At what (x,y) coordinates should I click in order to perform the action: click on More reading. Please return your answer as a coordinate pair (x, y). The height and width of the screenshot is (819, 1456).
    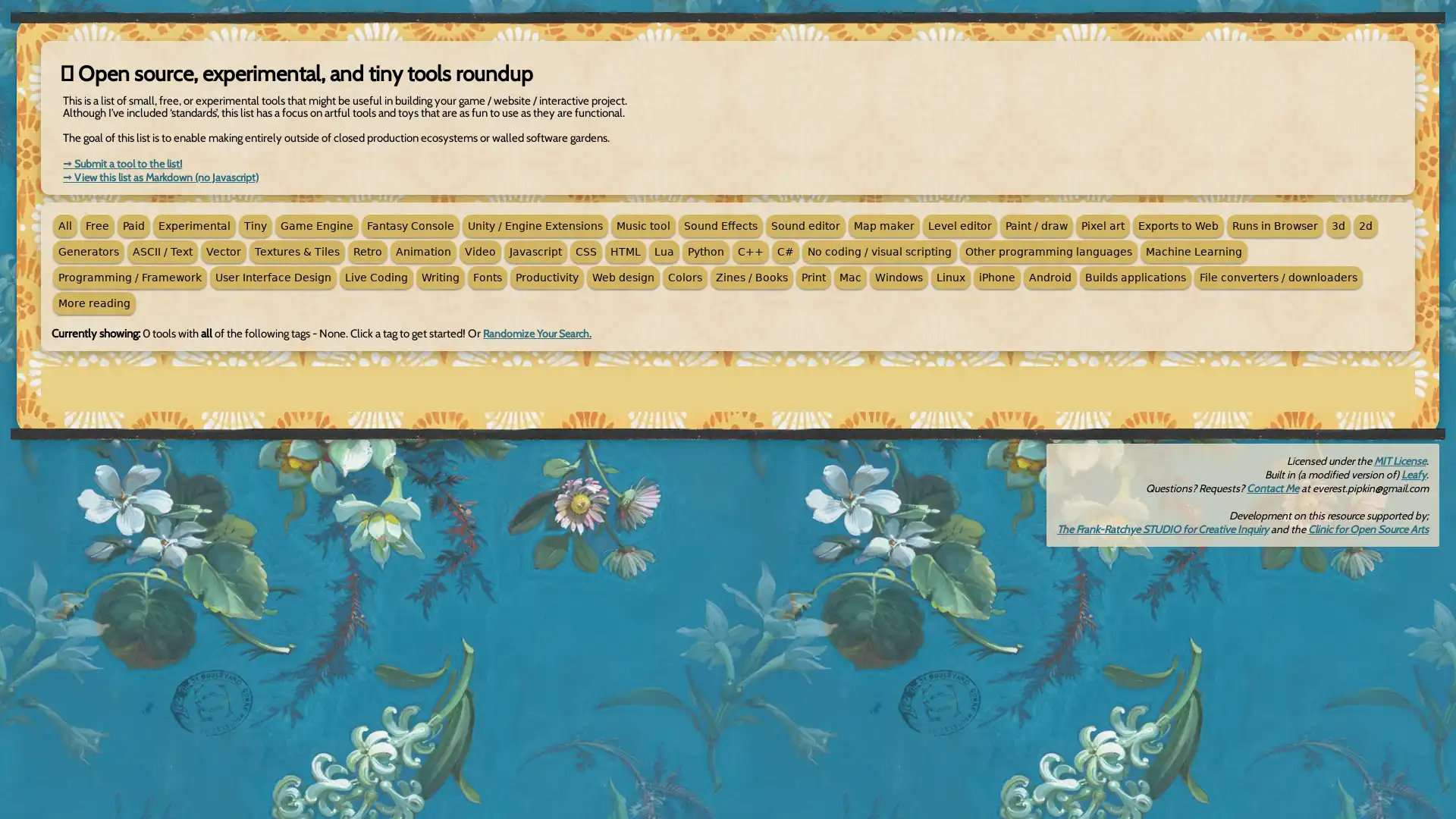
    Looking at the image, I should click on (93, 303).